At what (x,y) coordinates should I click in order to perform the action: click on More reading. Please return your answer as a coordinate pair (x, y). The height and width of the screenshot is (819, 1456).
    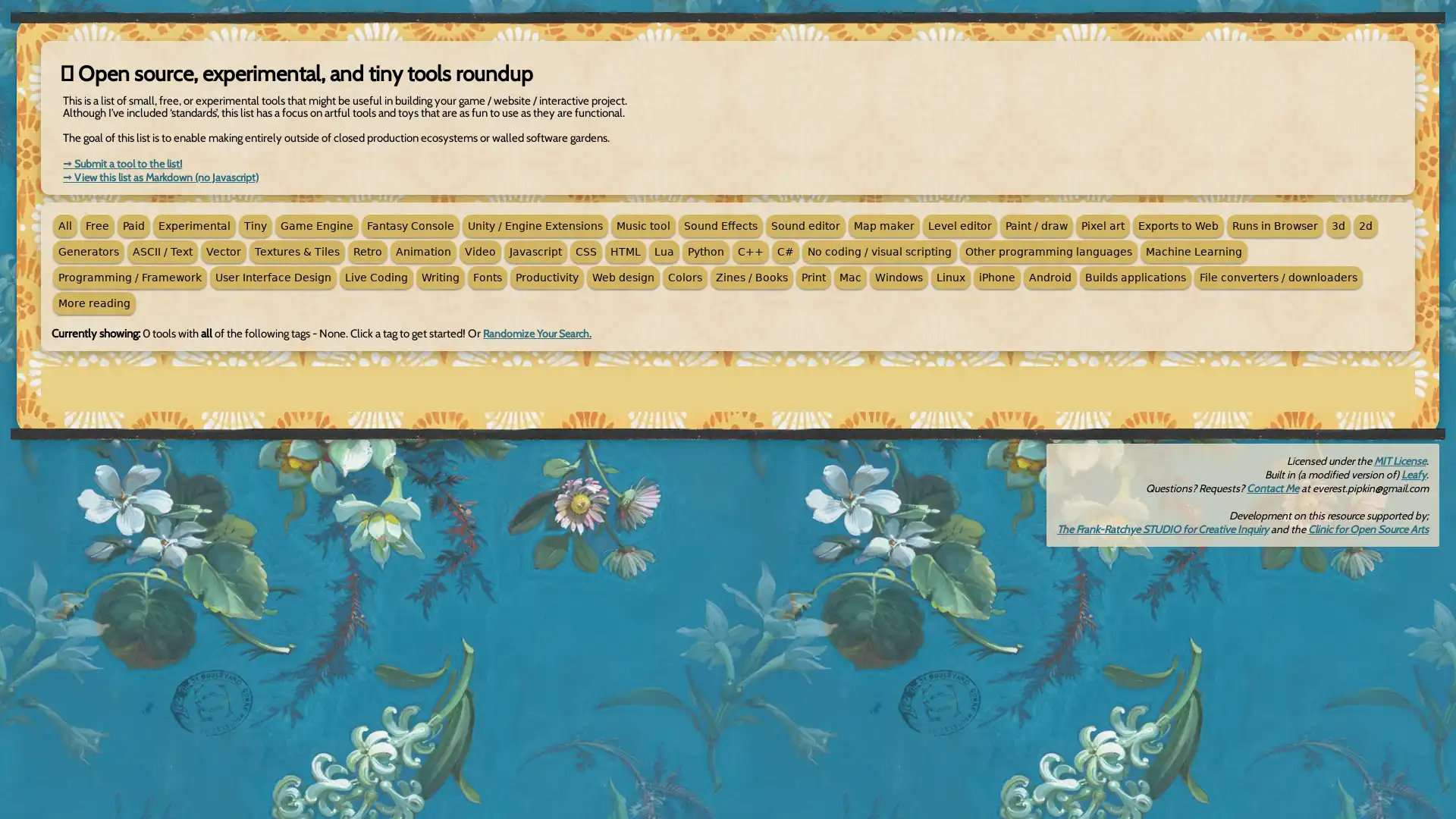
    Looking at the image, I should click on (93, 303).